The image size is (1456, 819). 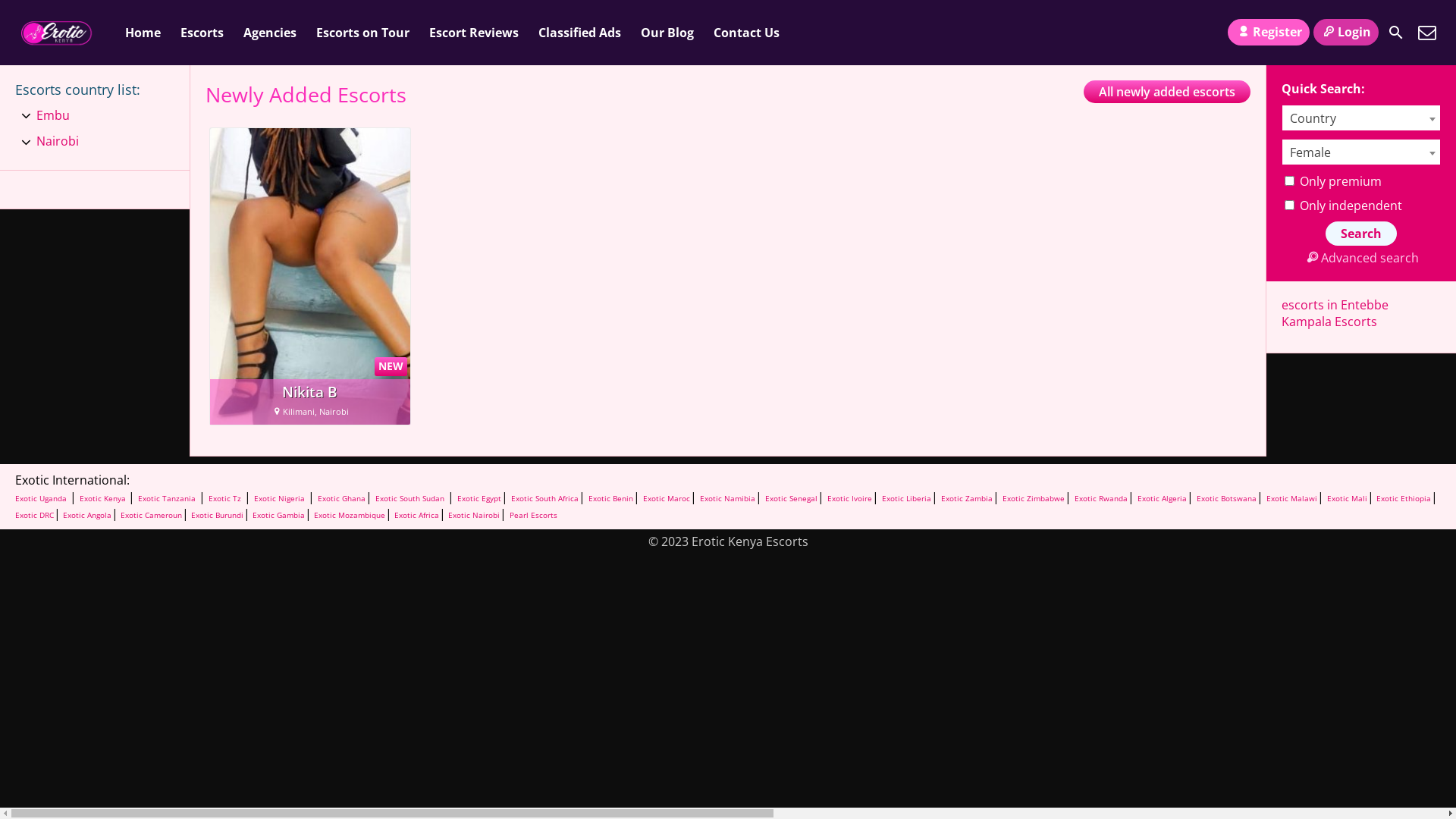 What do you see at coordinates (149, 513) in the screenshot?
I see `'Exotic Cameroun'` at bounding box center [149, 513].